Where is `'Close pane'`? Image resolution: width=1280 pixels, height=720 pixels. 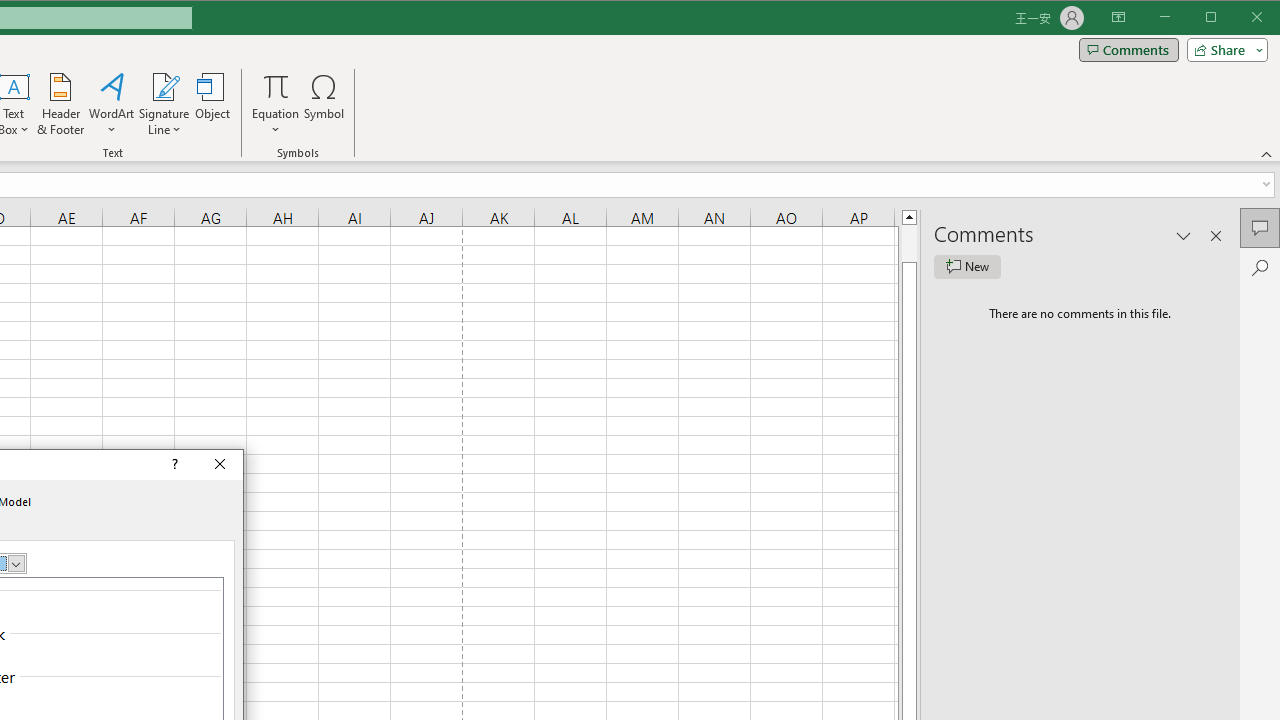 'Close pane' is located at coordinates (1215, 234).